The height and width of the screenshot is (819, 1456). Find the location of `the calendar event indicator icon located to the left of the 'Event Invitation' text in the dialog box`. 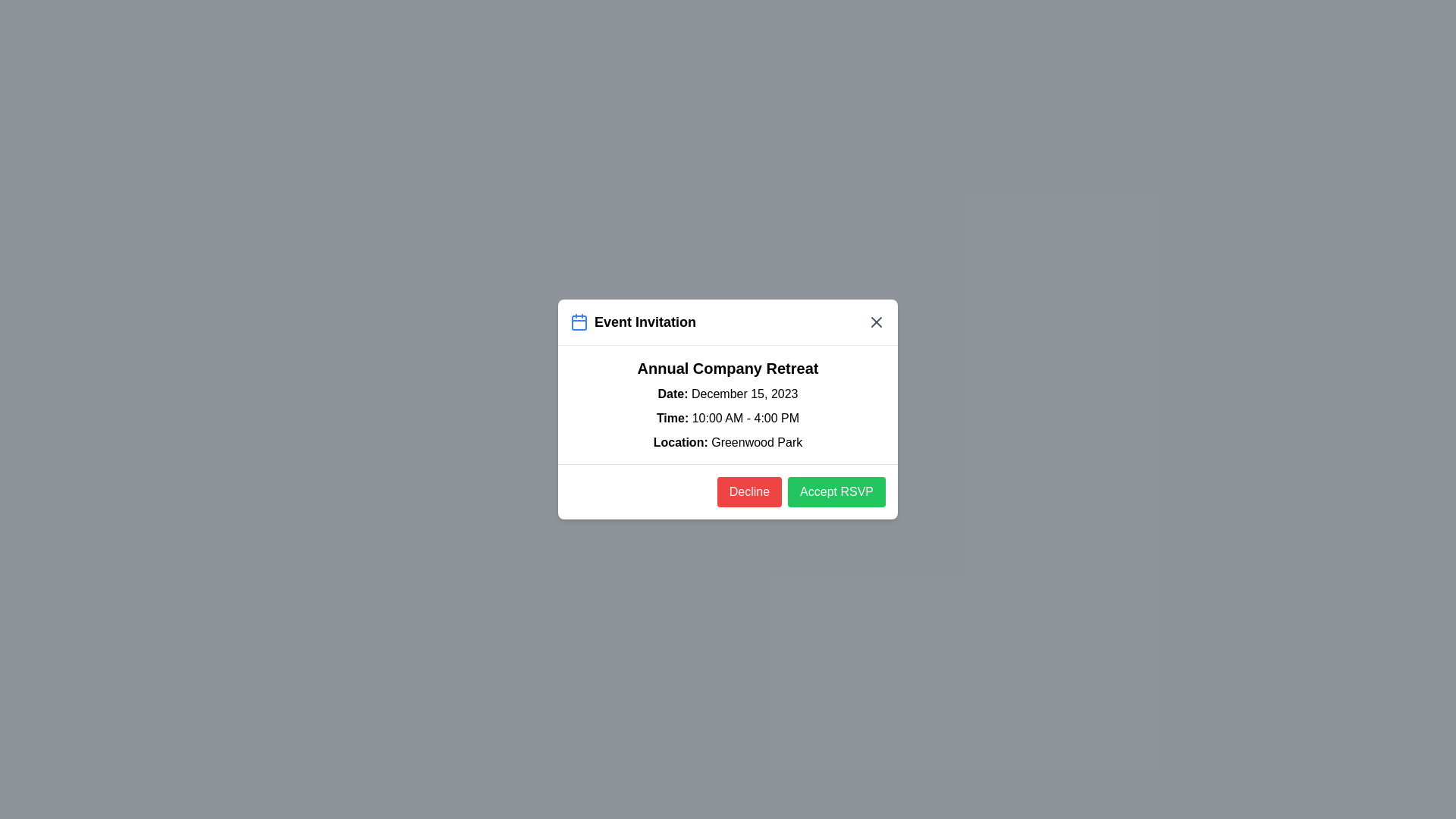

the calendar event indicator icon located to the left of the 'Event Invitation' text in the dialog box is located at coordinates (578, 321).